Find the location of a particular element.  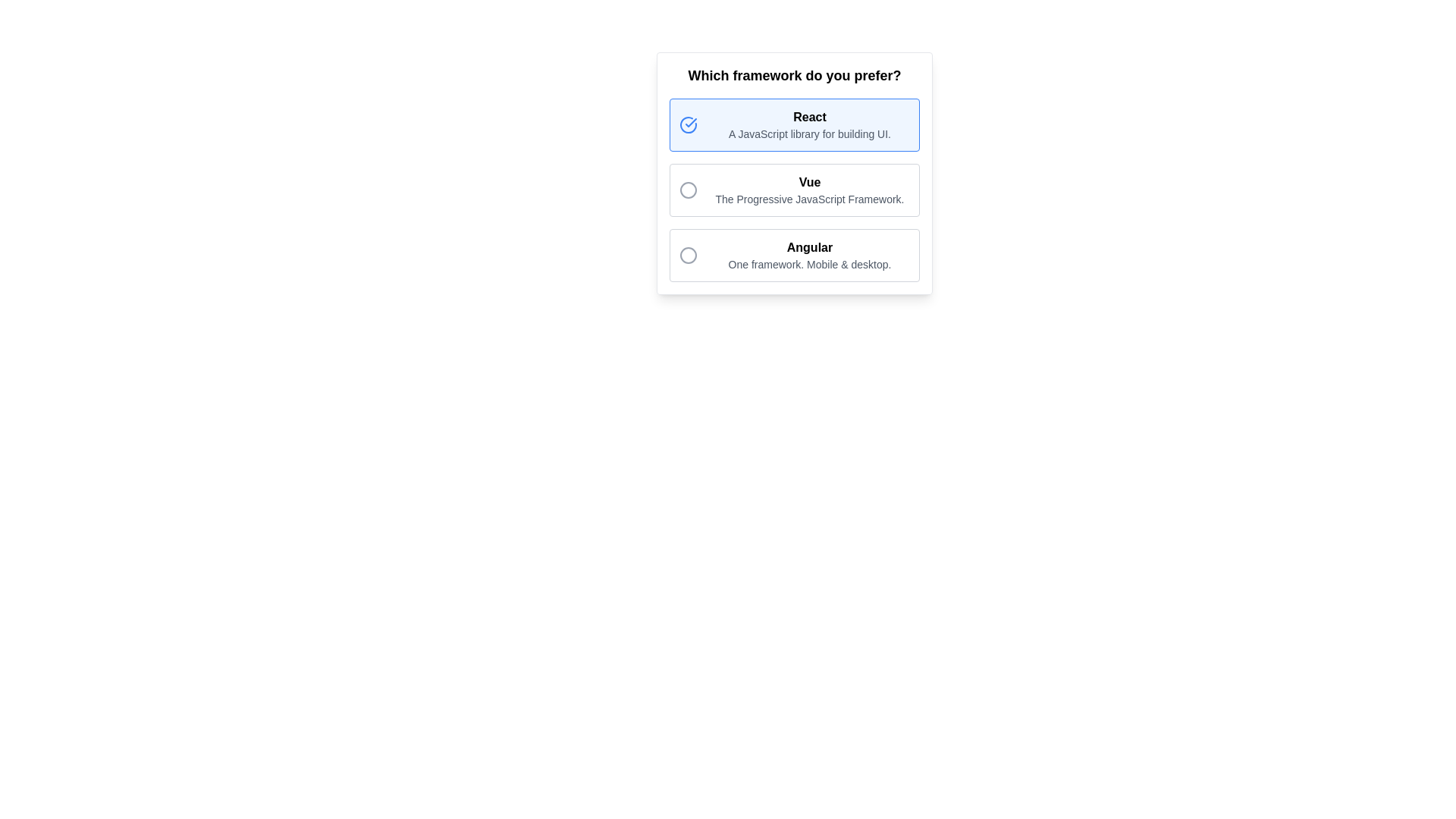

the radio button labeled 'Vue' is located at coordinates (793, 189).